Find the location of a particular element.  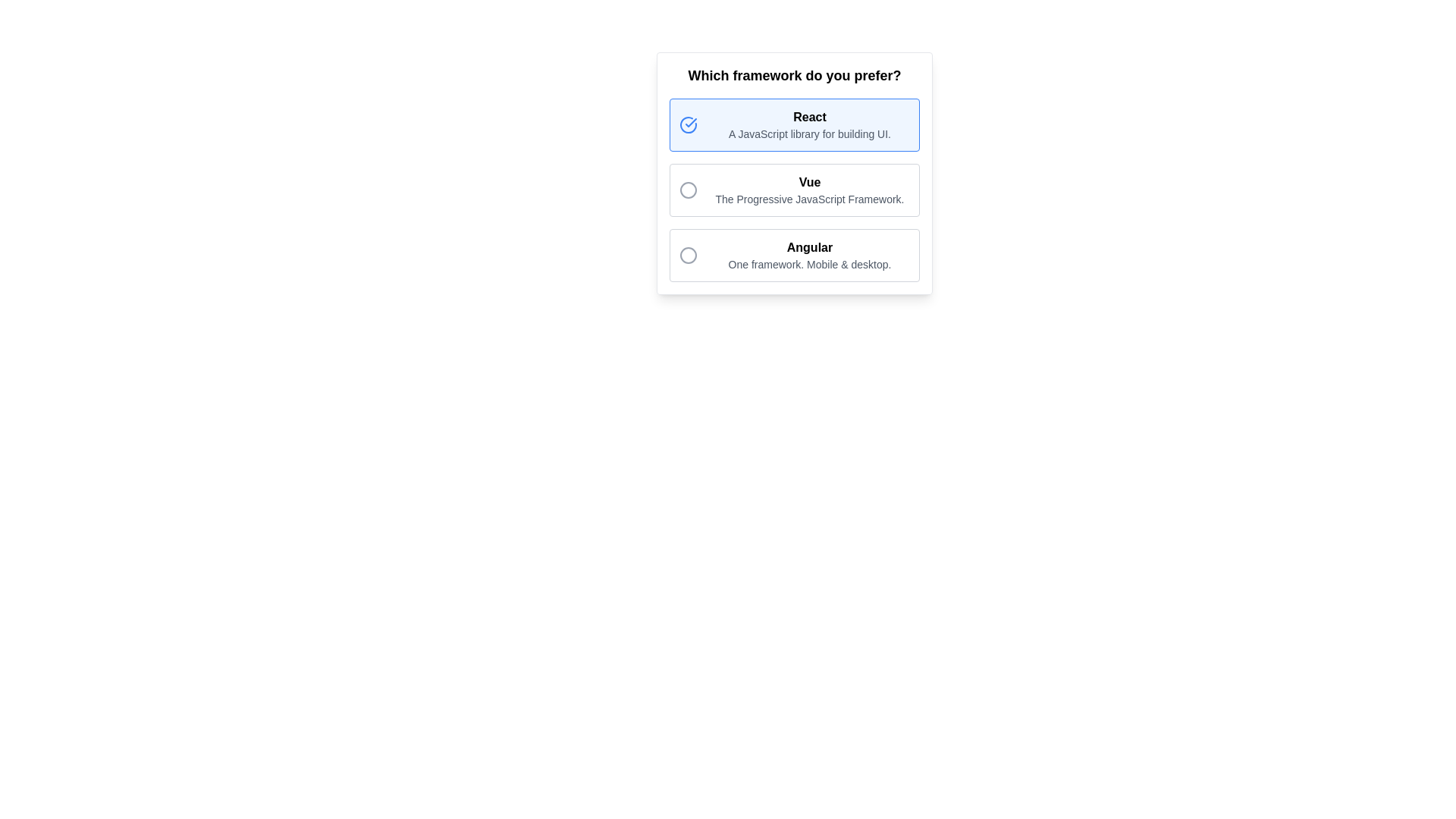

the radio button labeled 'Vue' is located at coordinates (793, 189).